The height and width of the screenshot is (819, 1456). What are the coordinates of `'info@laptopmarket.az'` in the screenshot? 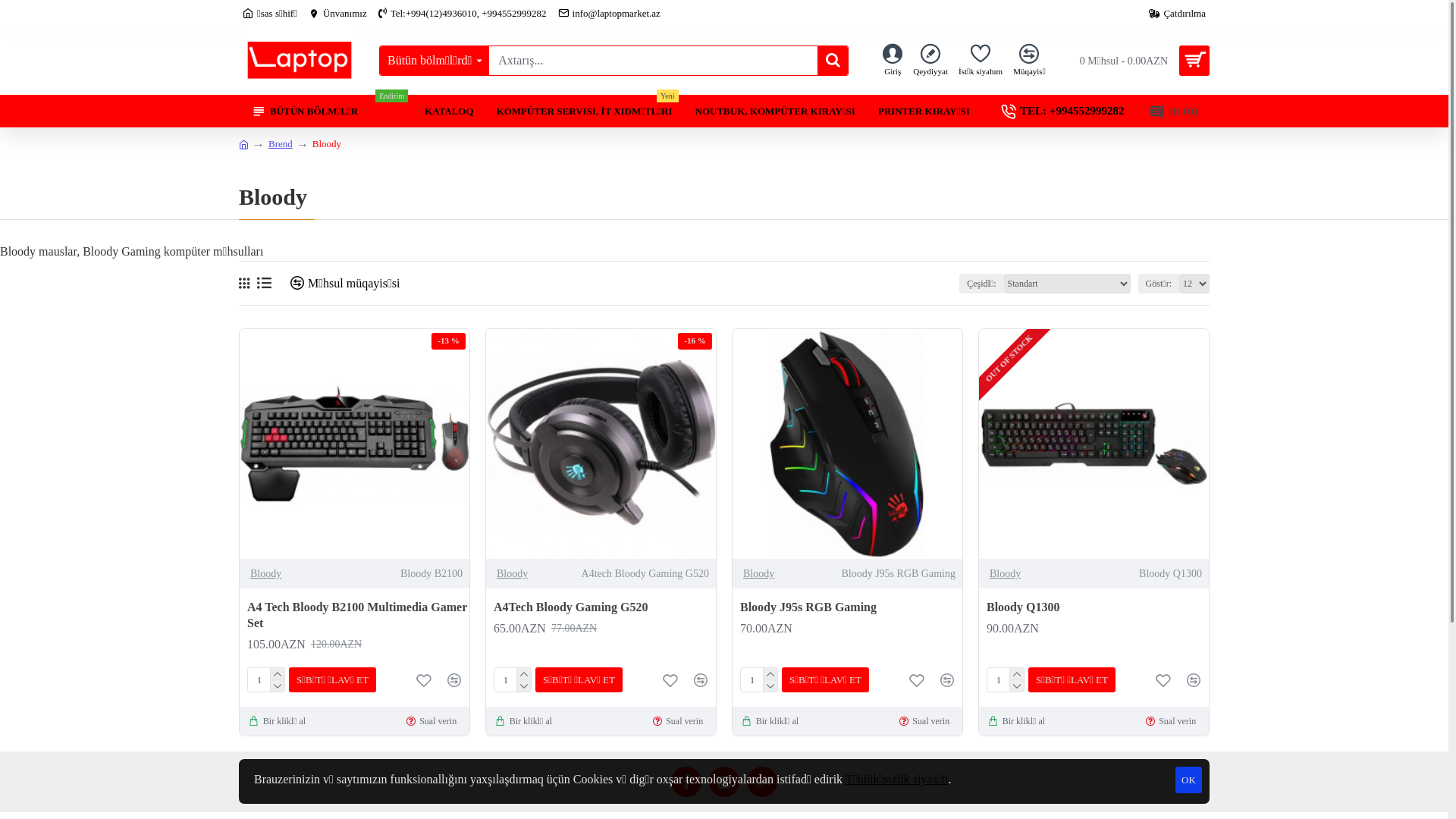 It's located at (609, 13).